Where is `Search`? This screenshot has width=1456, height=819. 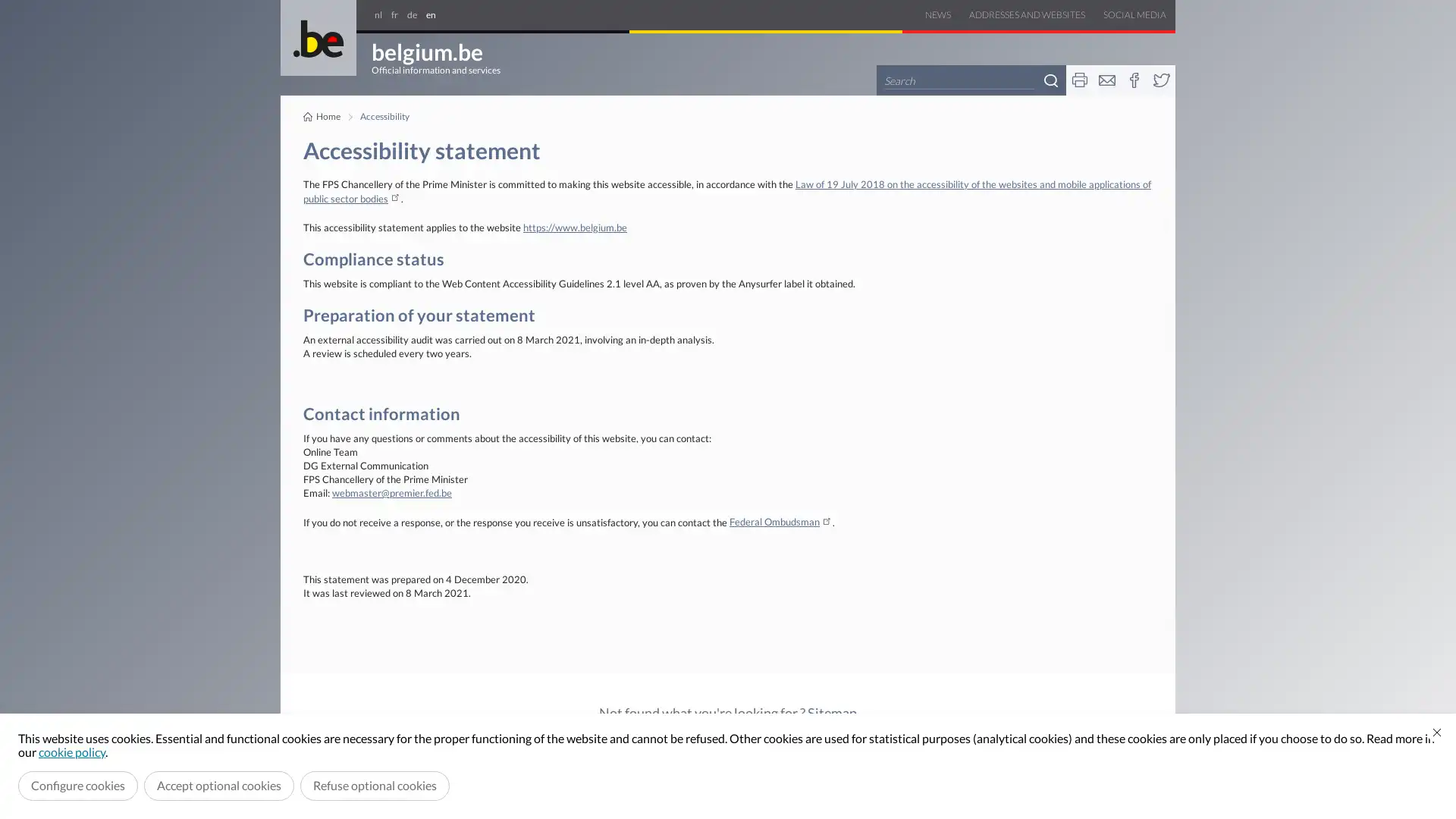 Search is located at coordinates (1050, 80).